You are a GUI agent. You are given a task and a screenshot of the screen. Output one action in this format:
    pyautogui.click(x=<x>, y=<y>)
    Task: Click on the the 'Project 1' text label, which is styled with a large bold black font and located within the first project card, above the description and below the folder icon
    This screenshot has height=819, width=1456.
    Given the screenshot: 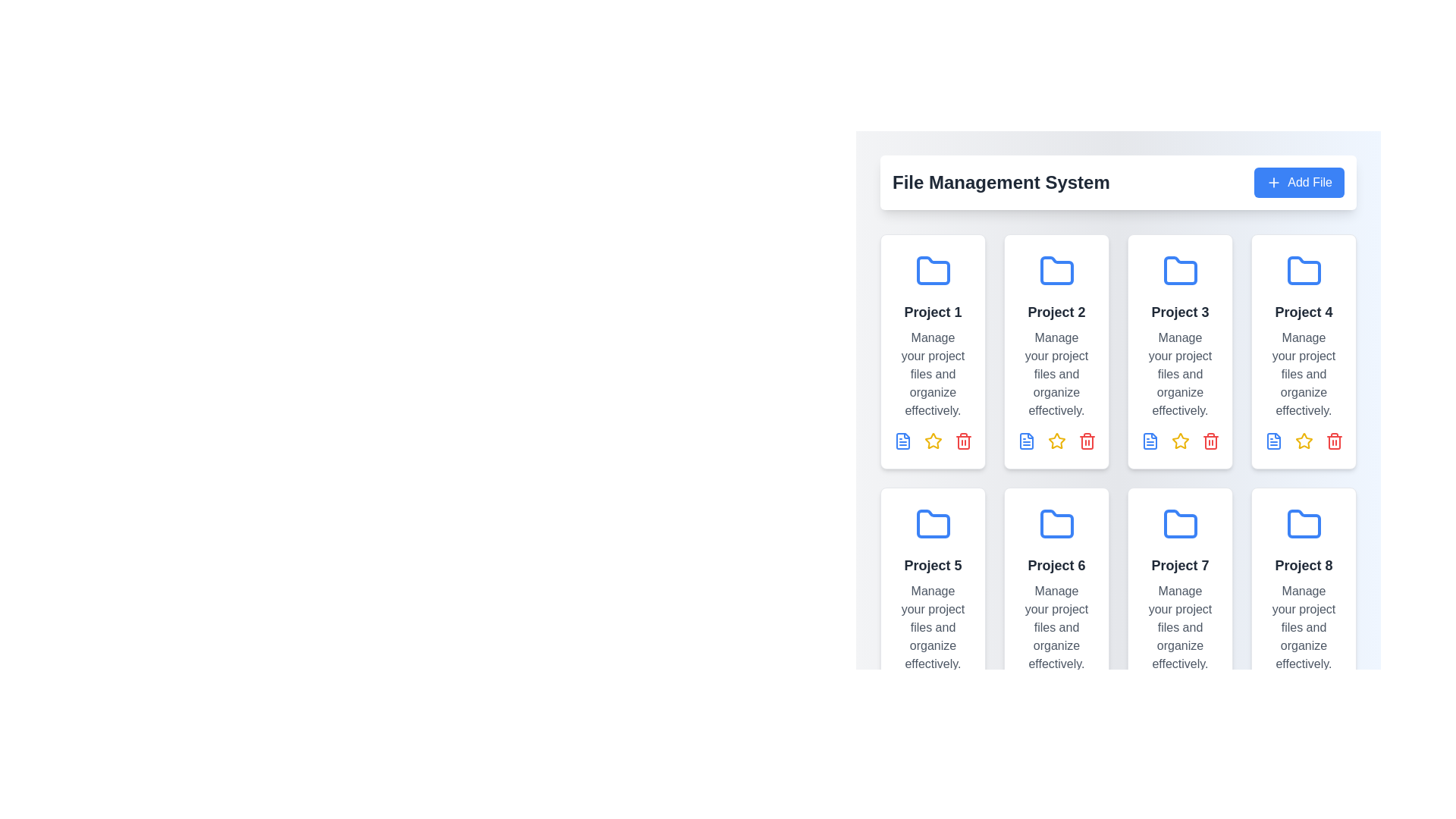 What is the action you would take?
    pyautogui.click(x=932, y=312)
    